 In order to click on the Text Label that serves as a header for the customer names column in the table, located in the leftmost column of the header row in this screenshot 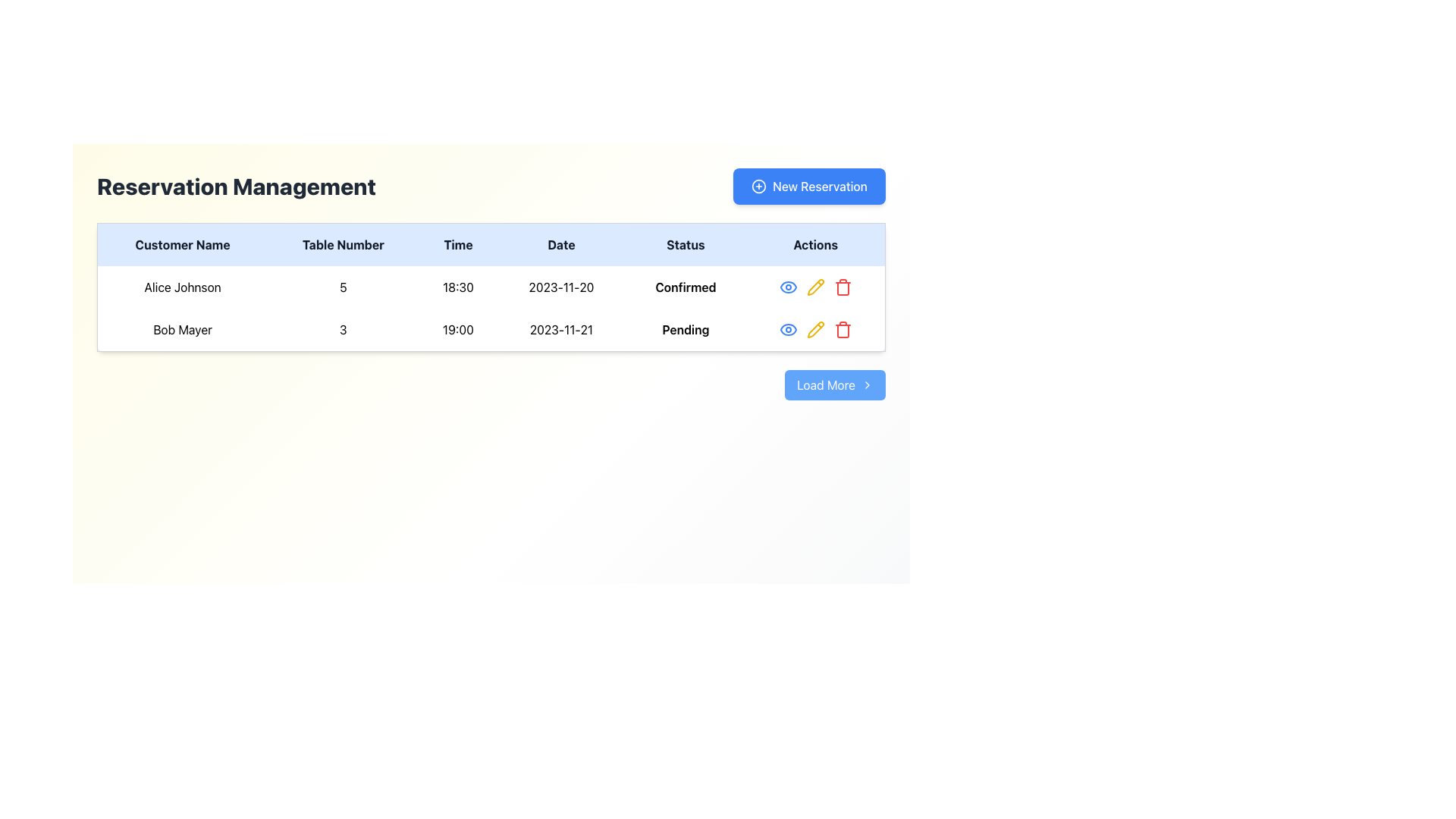, I will do `click(182, 243)`.